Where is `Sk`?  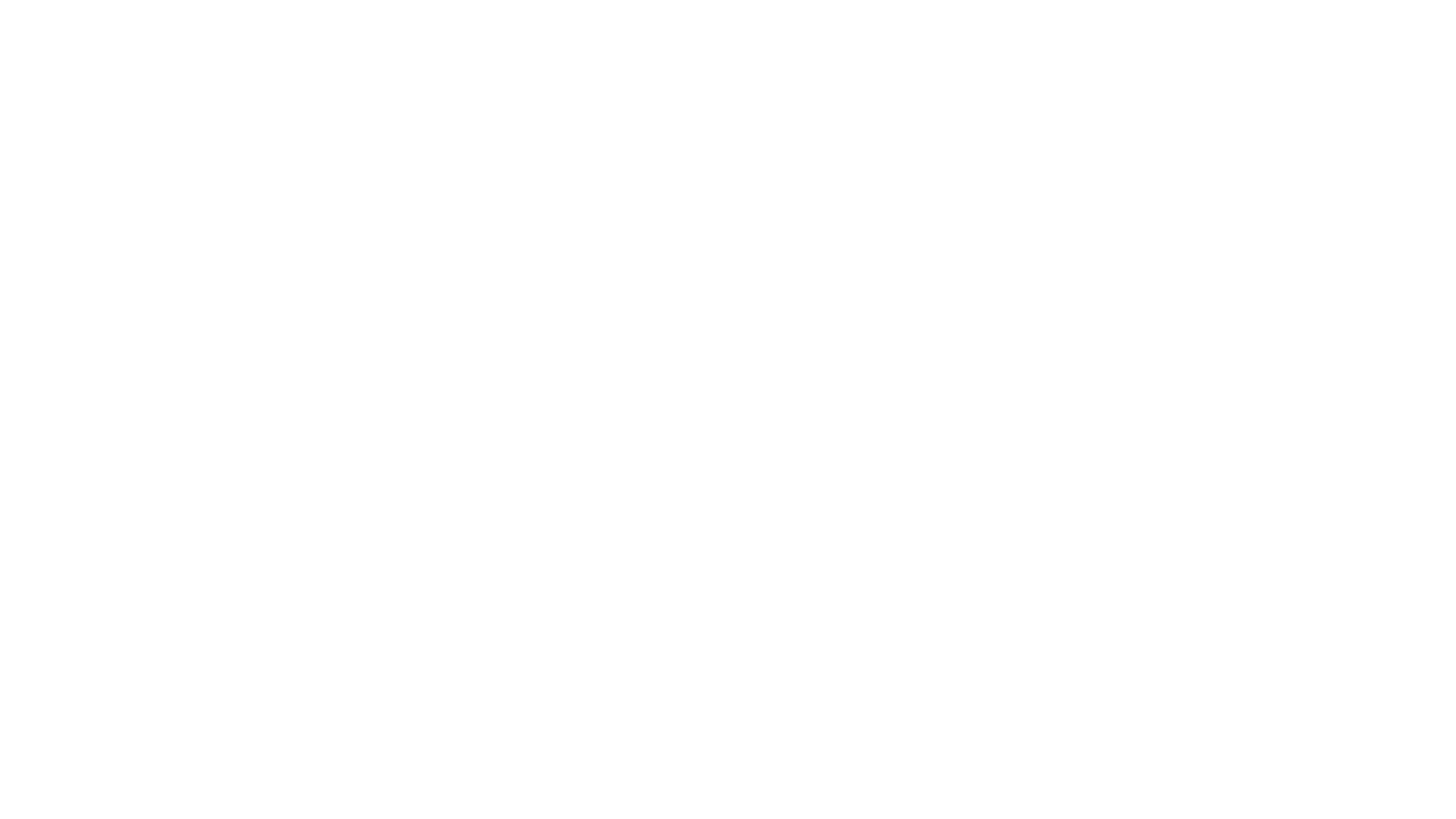
Sk is located at coordinates (1319, 37).